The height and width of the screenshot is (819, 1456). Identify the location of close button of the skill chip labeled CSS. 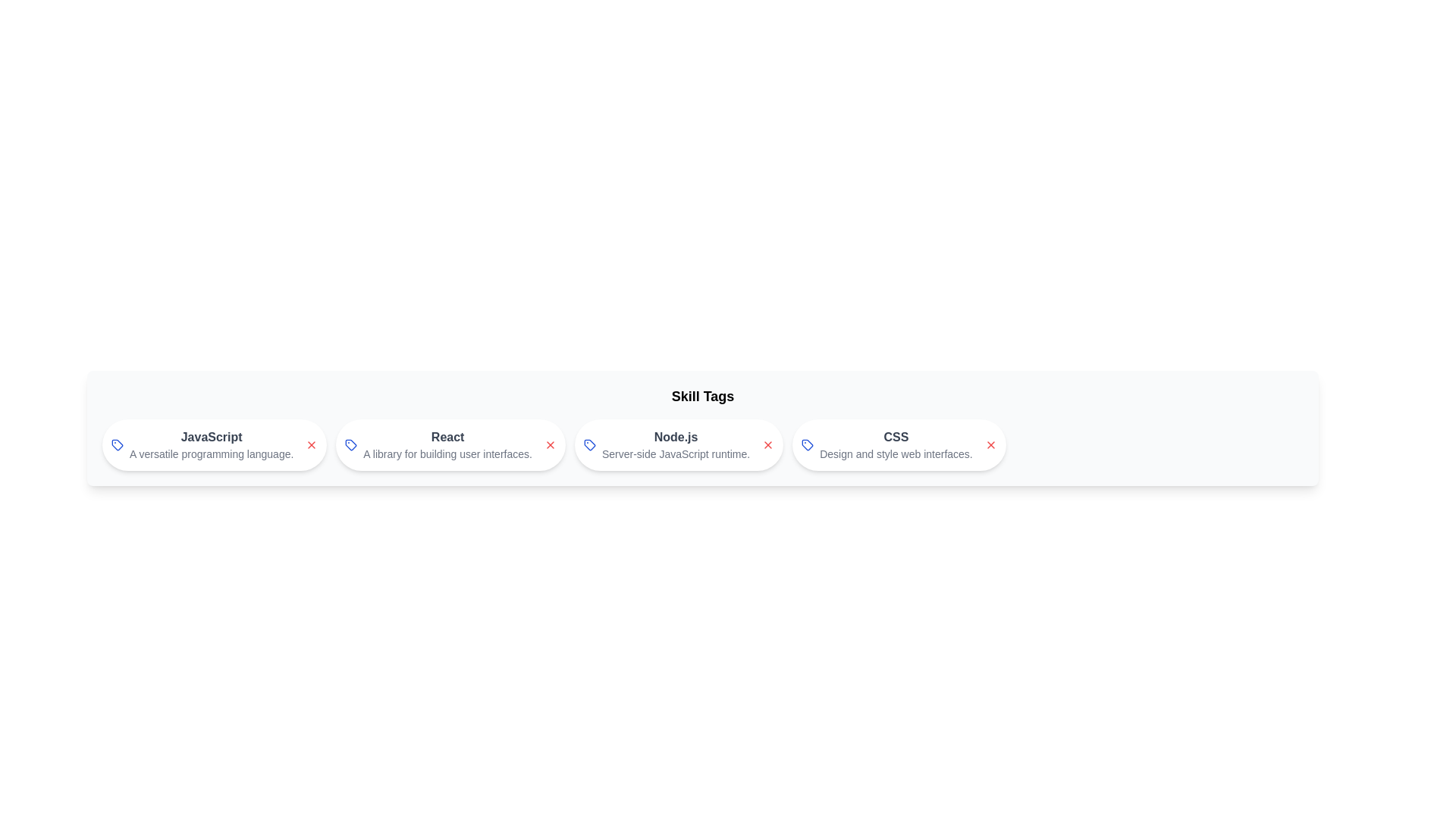
(990, 444).